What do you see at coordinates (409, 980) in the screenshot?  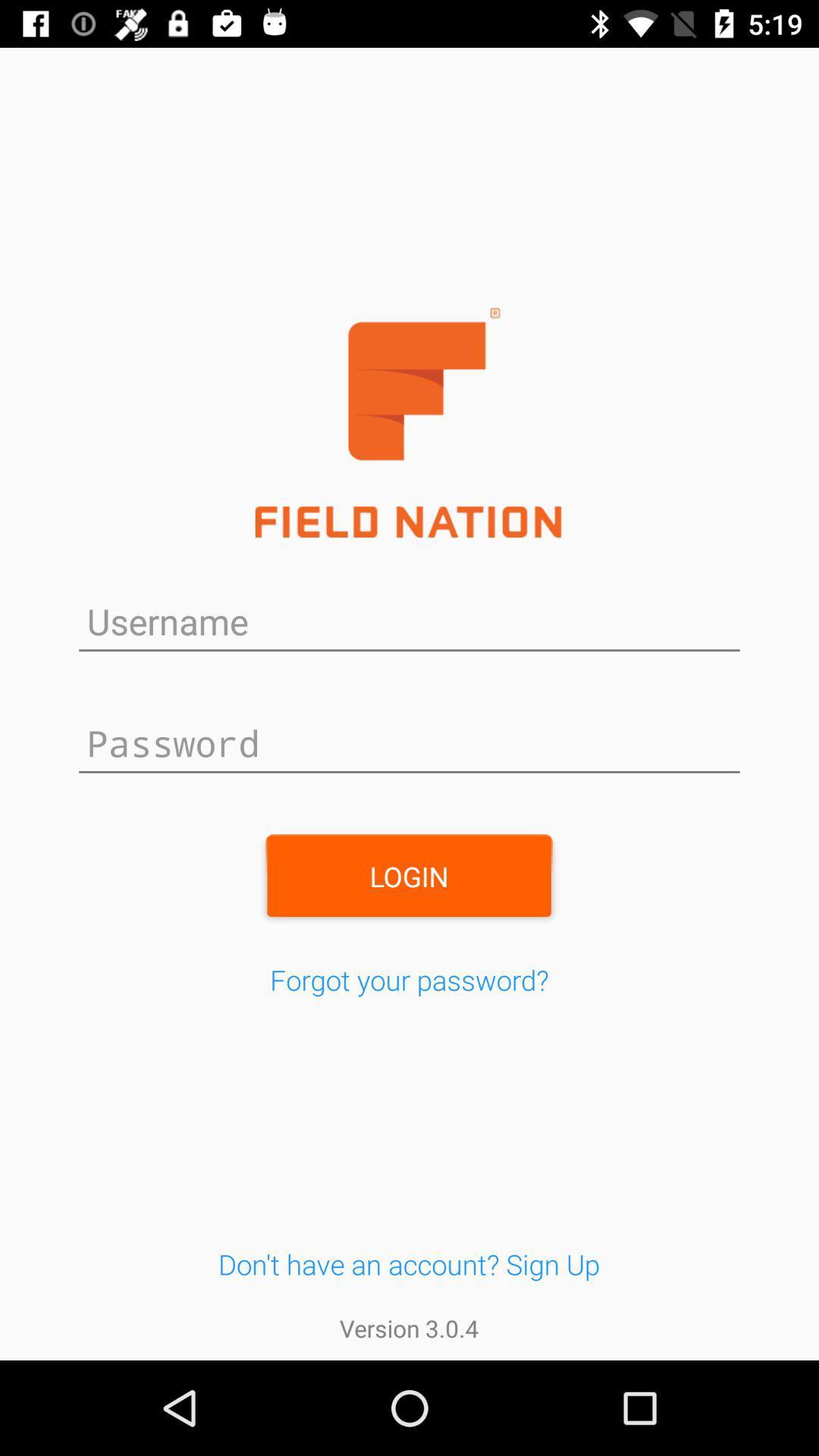 I see `forgot your password? item` at bounding box center [409, 980].